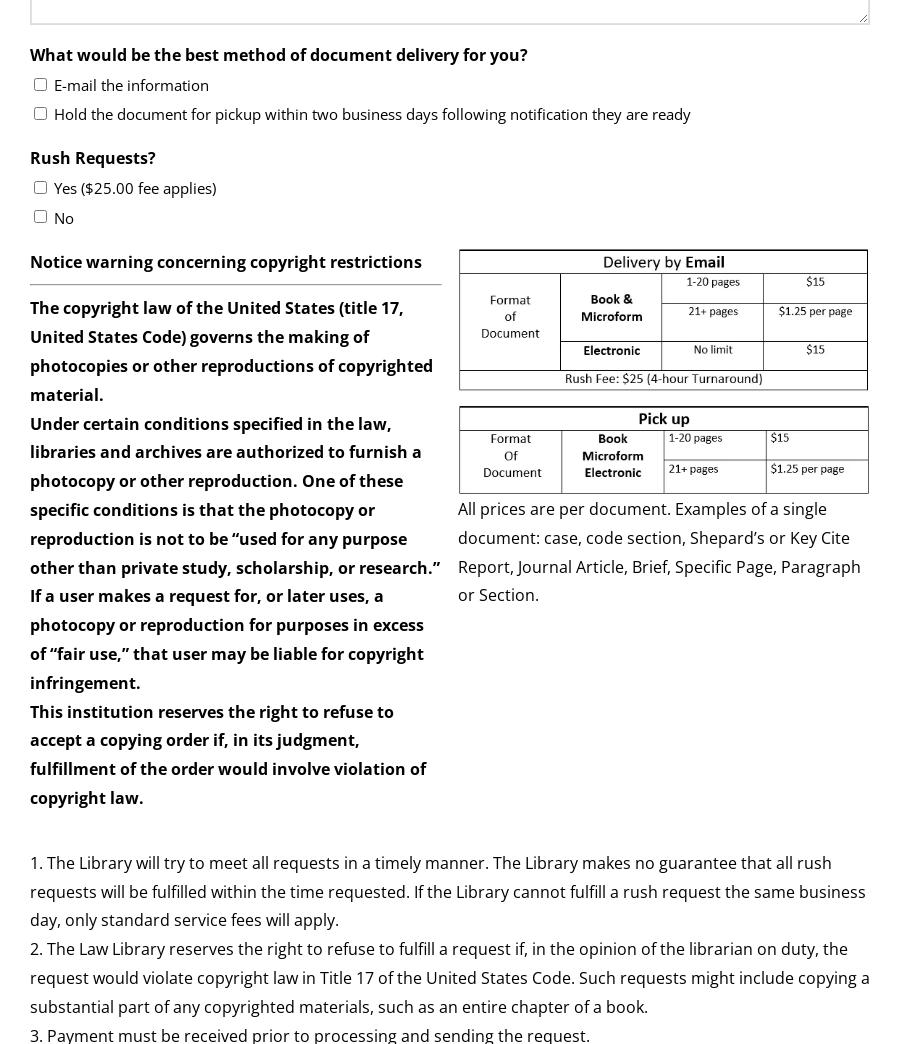  I want to click on '2. The Law Library reserves the right to refuse to fulfill a request if, in the opinion of the librarian on duty, the request would violate copyright law in Title 17 of the United States Code. Such requests might include copying a substantial part of any copyrighted materials, such as an entire chapter of a book.', so click(450, 976).